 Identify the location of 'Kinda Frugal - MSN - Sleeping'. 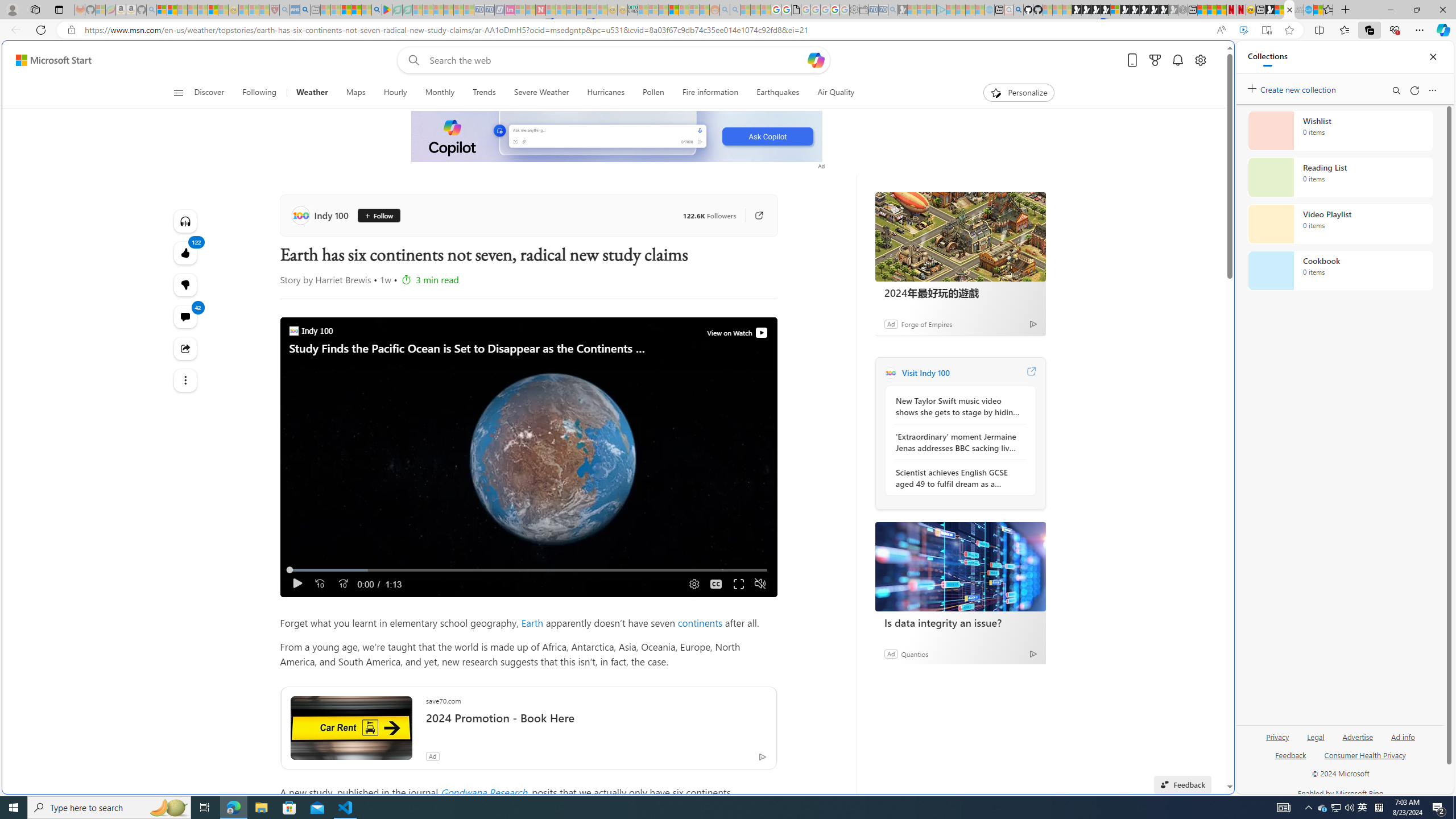
(684, 9).